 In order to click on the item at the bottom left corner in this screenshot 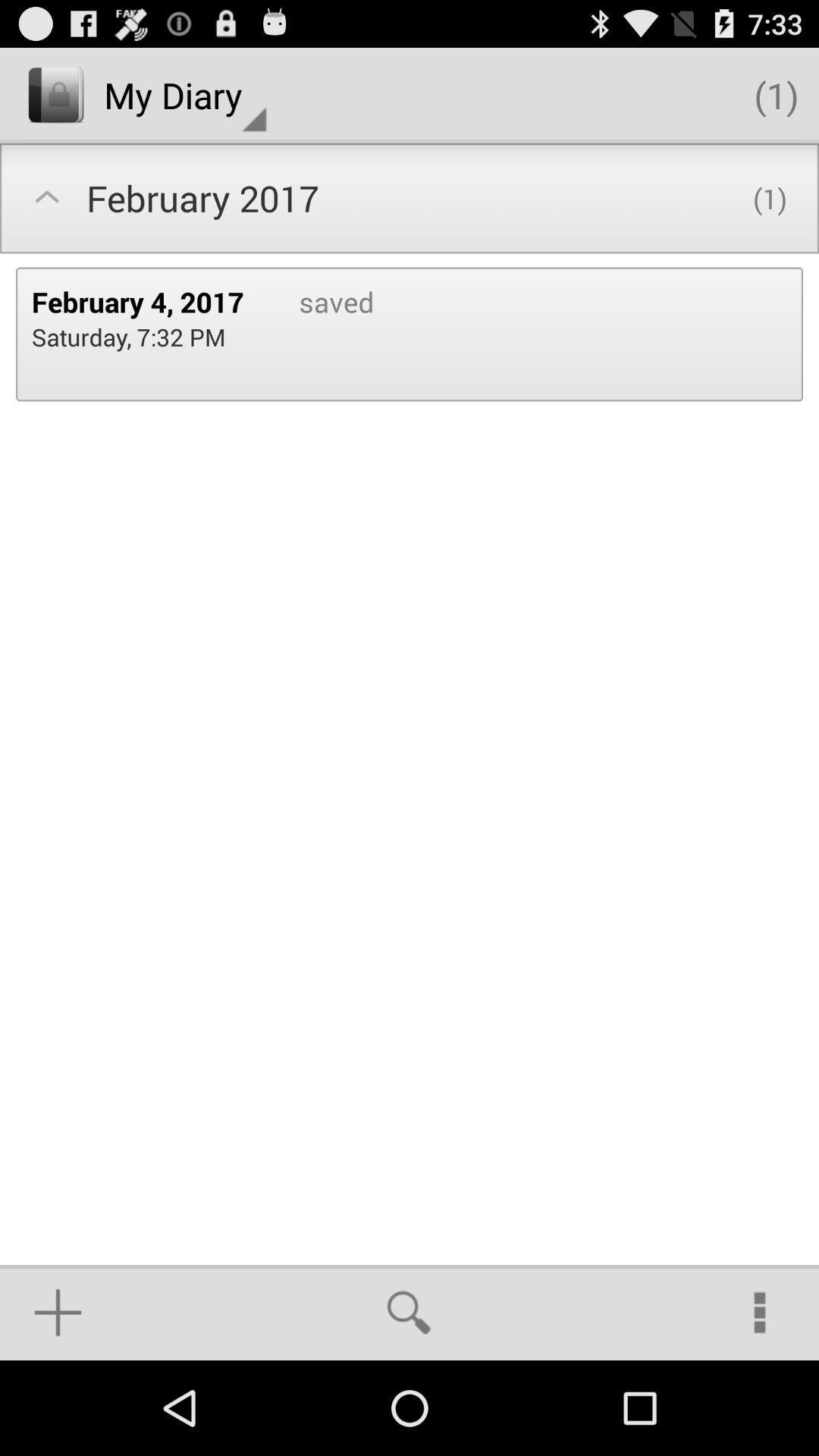, I will do `click(57, 1312)`.